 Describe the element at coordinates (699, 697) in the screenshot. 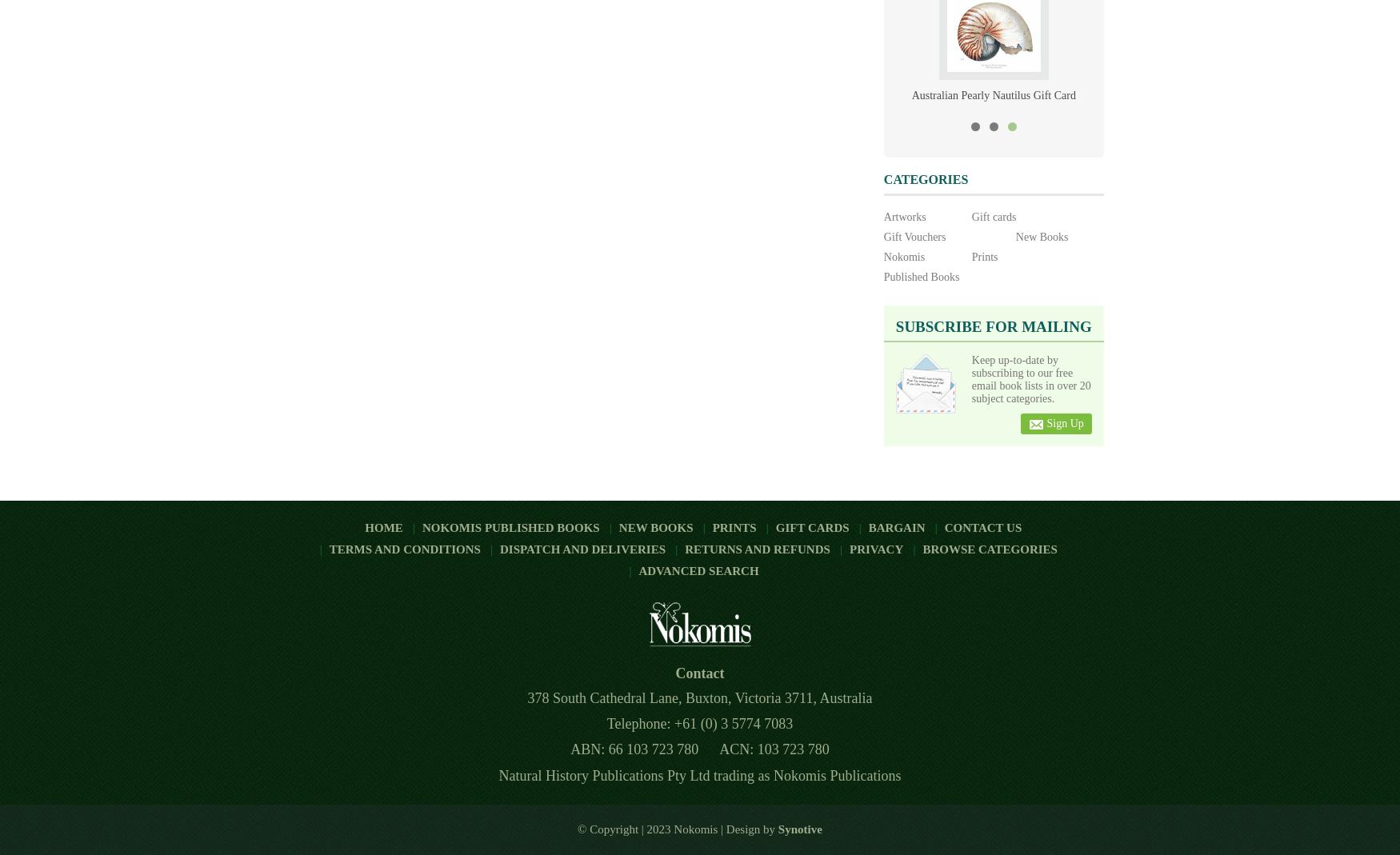

I see `'378 South Cathedral Lane, Buxton, Victoria 3711, Australia'` at that location.